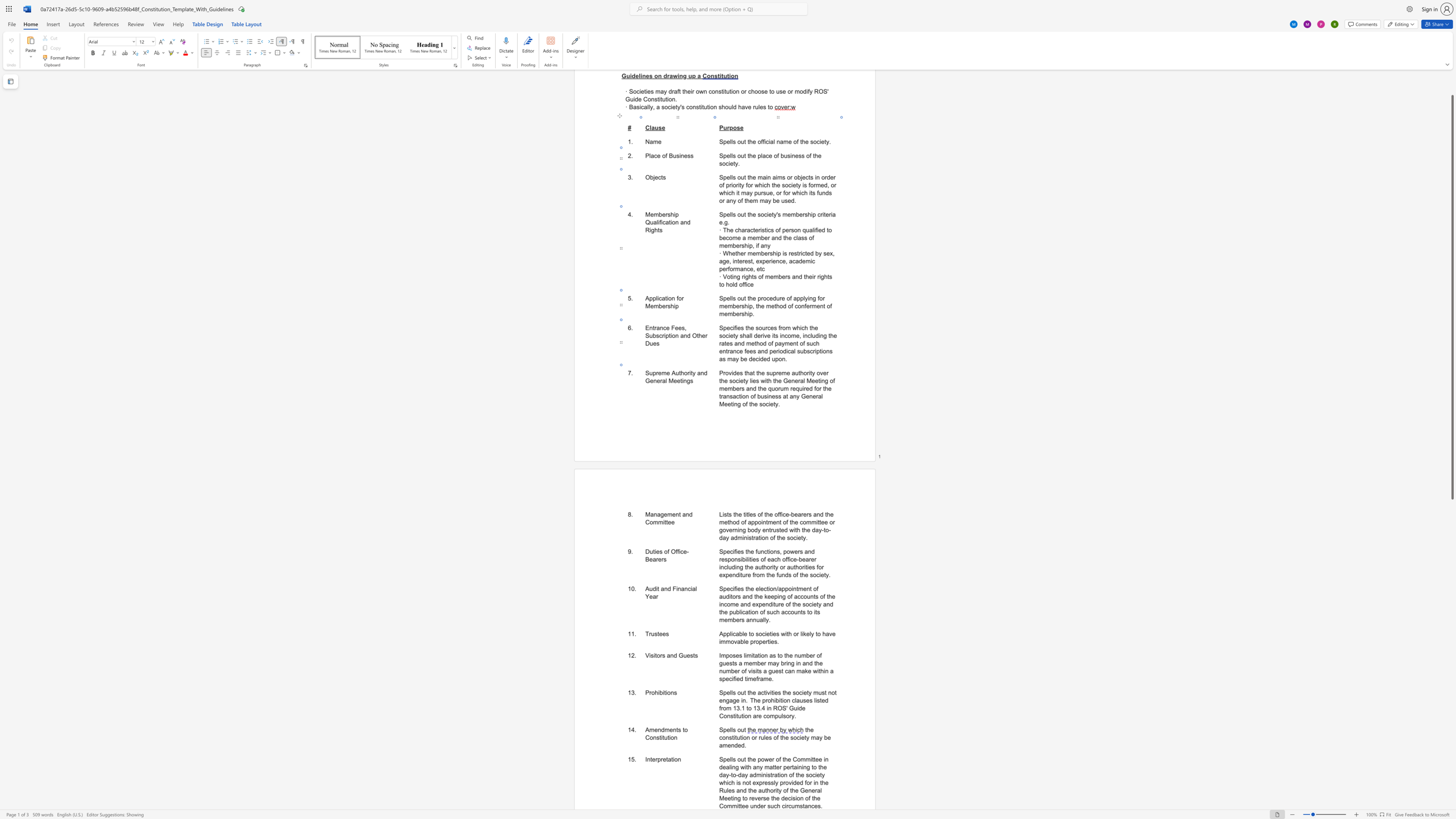 This screenshot has width=1456, height=819. I want to click on the space between the continuous character "n" and "o" in the text, so click(746, 782).